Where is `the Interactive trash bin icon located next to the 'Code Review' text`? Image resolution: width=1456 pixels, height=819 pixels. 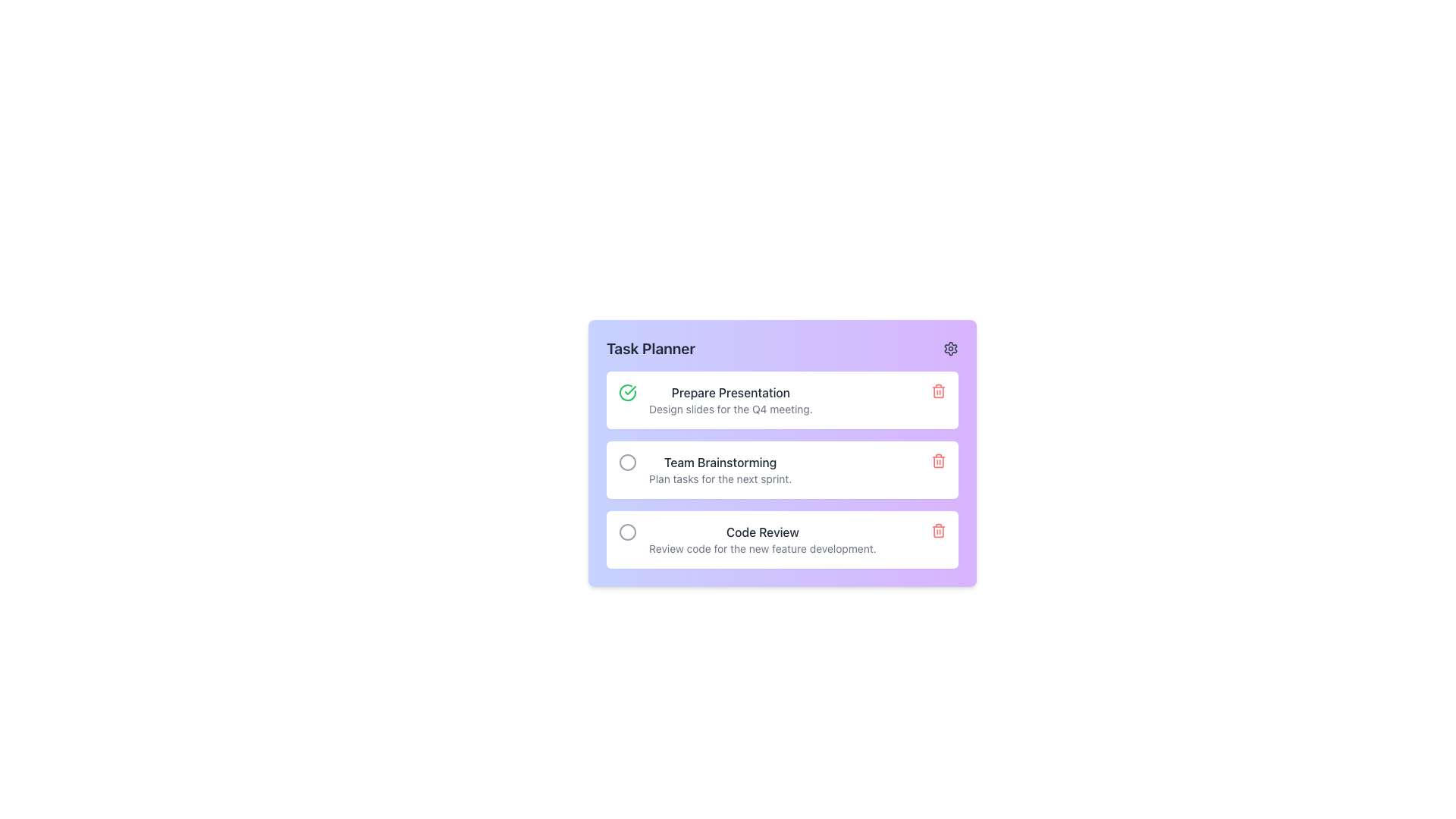
the Interactive trash bin icon located next to the 'Code Review' text is located at coordinates (938, 529).